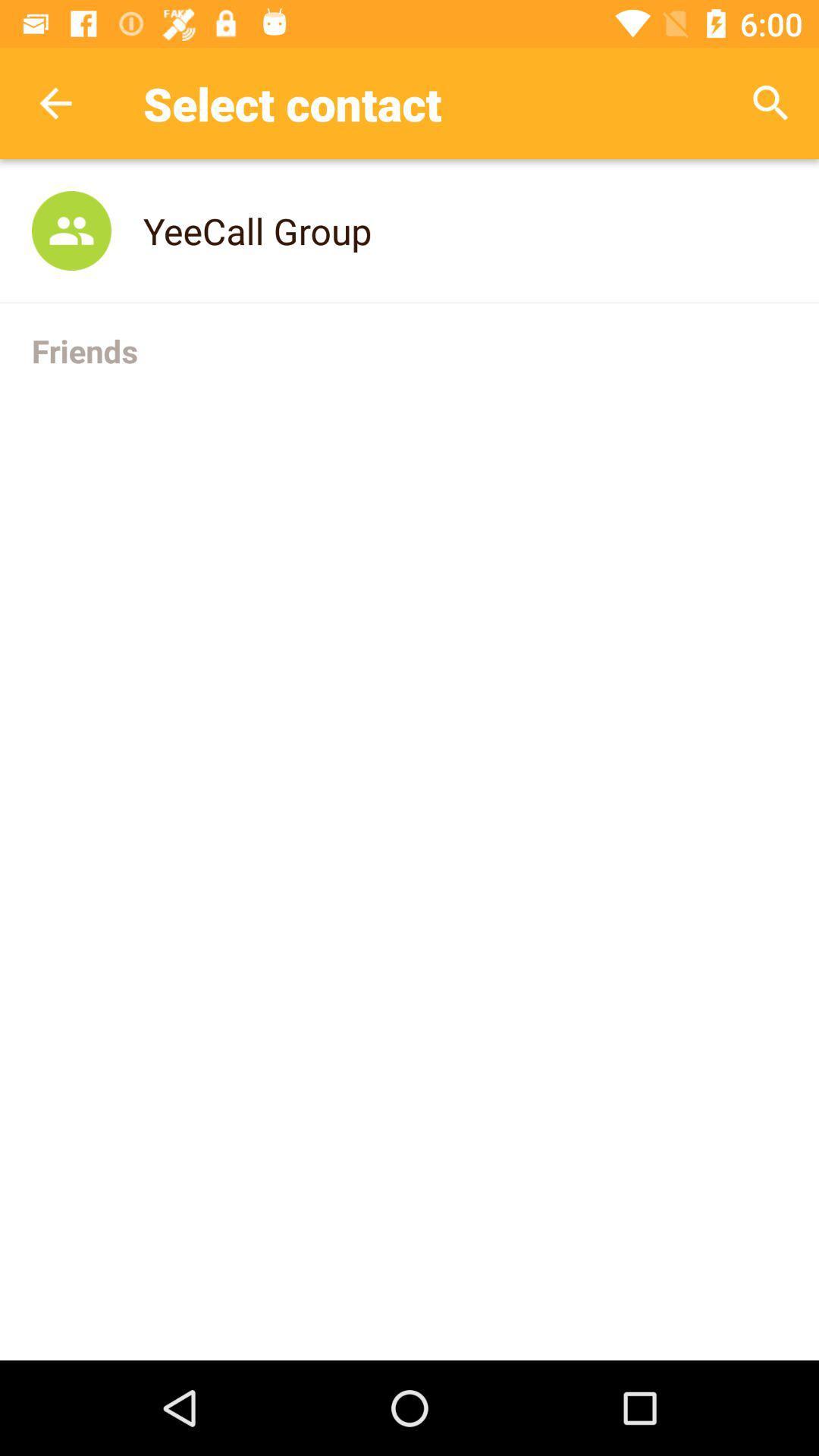  What do you see at coordinates (771, 102) in the screenshot?
I see `the item next to select contact item` at bounding box center [771, 102].